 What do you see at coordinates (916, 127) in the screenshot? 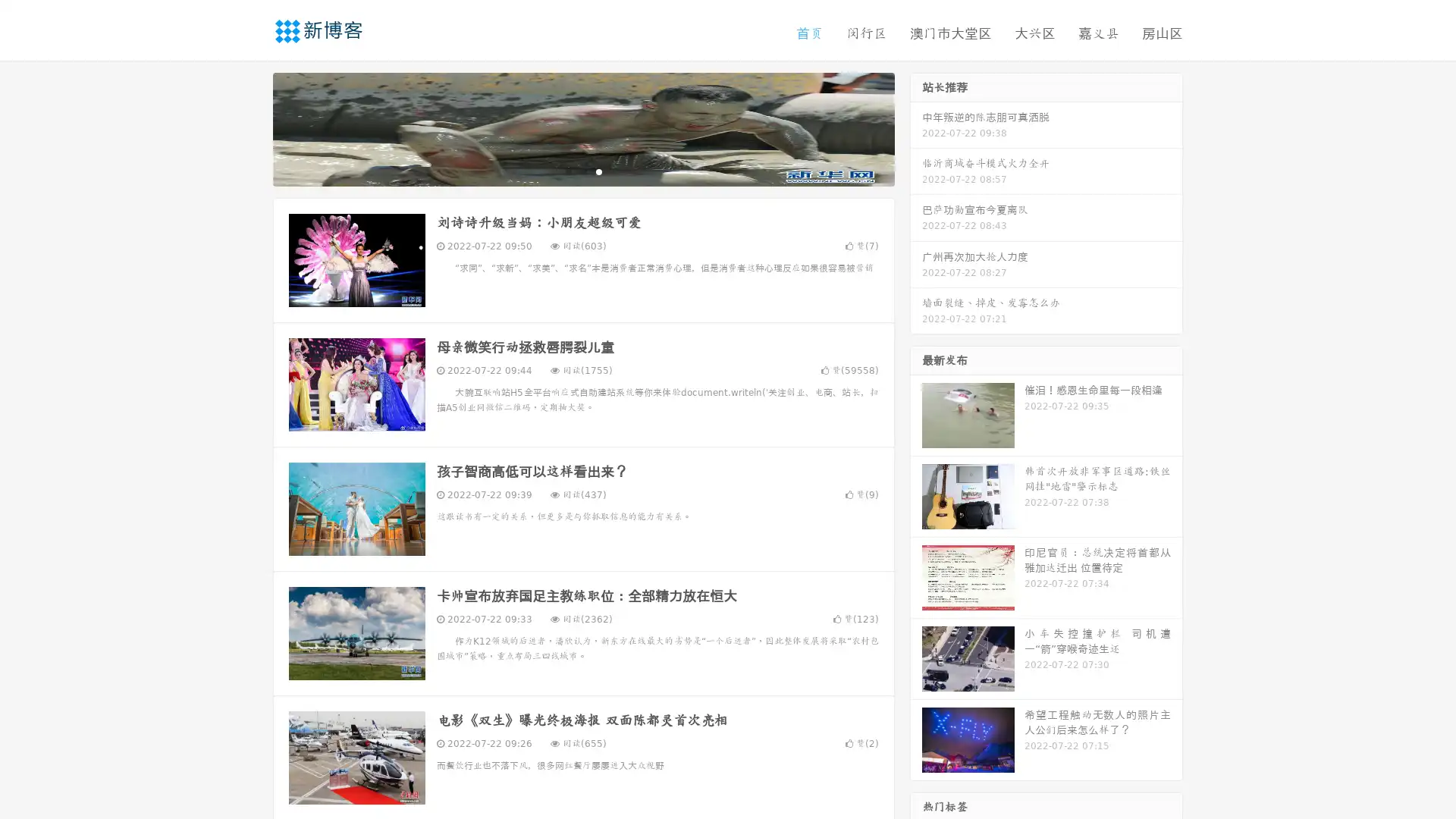
I see `Next slide` at bounding box center [916, 127].